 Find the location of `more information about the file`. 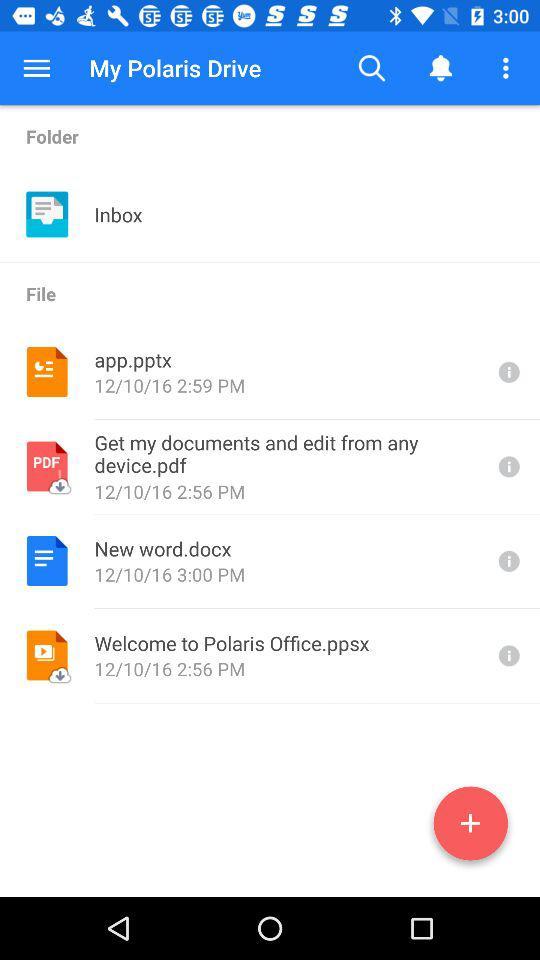

more information about the file is located at coordinates (507, 654).